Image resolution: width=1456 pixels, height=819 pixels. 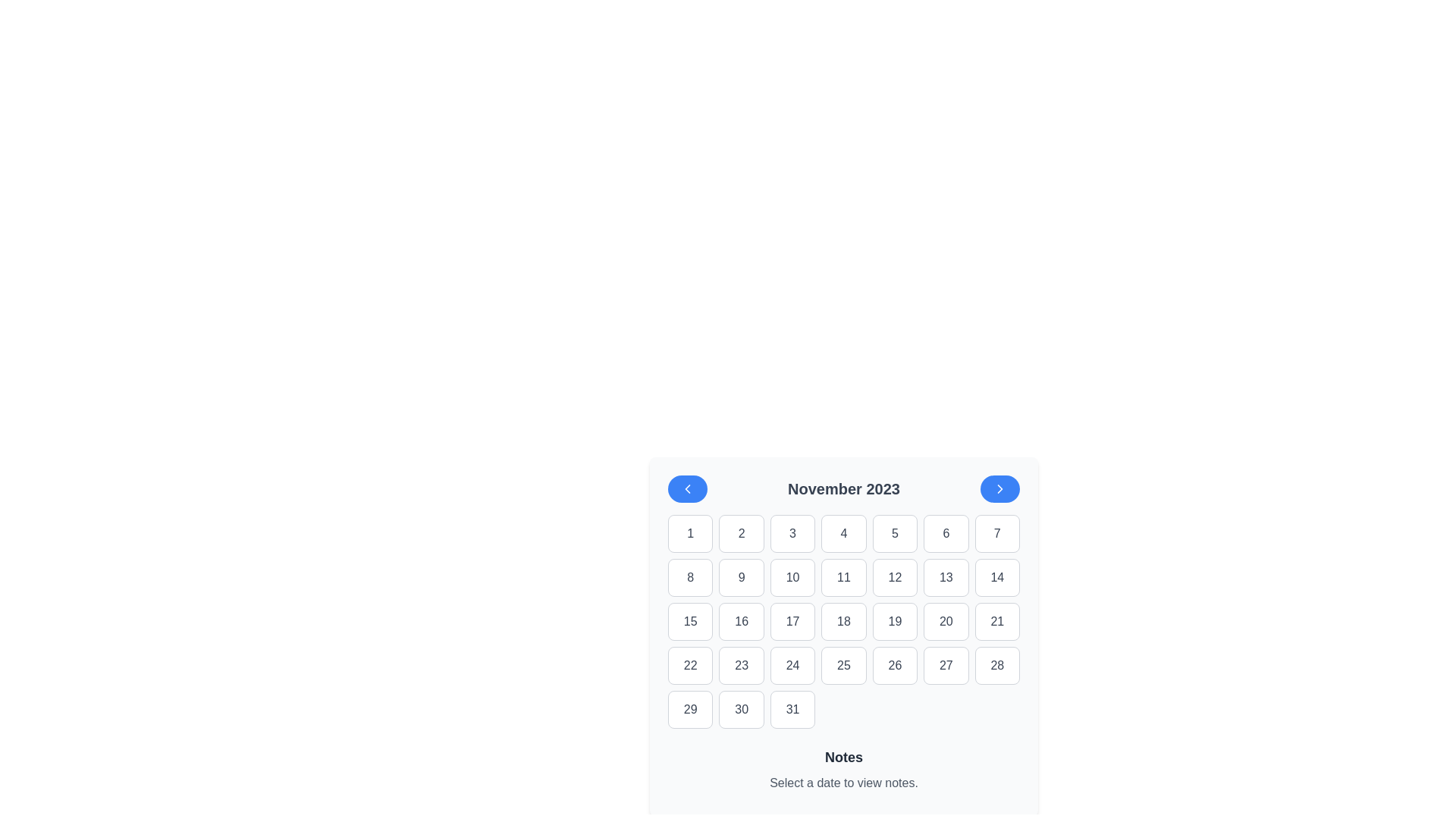 What do you see at coordinates (895, 665) in the screenshot?
I see `the button labeled '26'` at bounding box center [895, 665].